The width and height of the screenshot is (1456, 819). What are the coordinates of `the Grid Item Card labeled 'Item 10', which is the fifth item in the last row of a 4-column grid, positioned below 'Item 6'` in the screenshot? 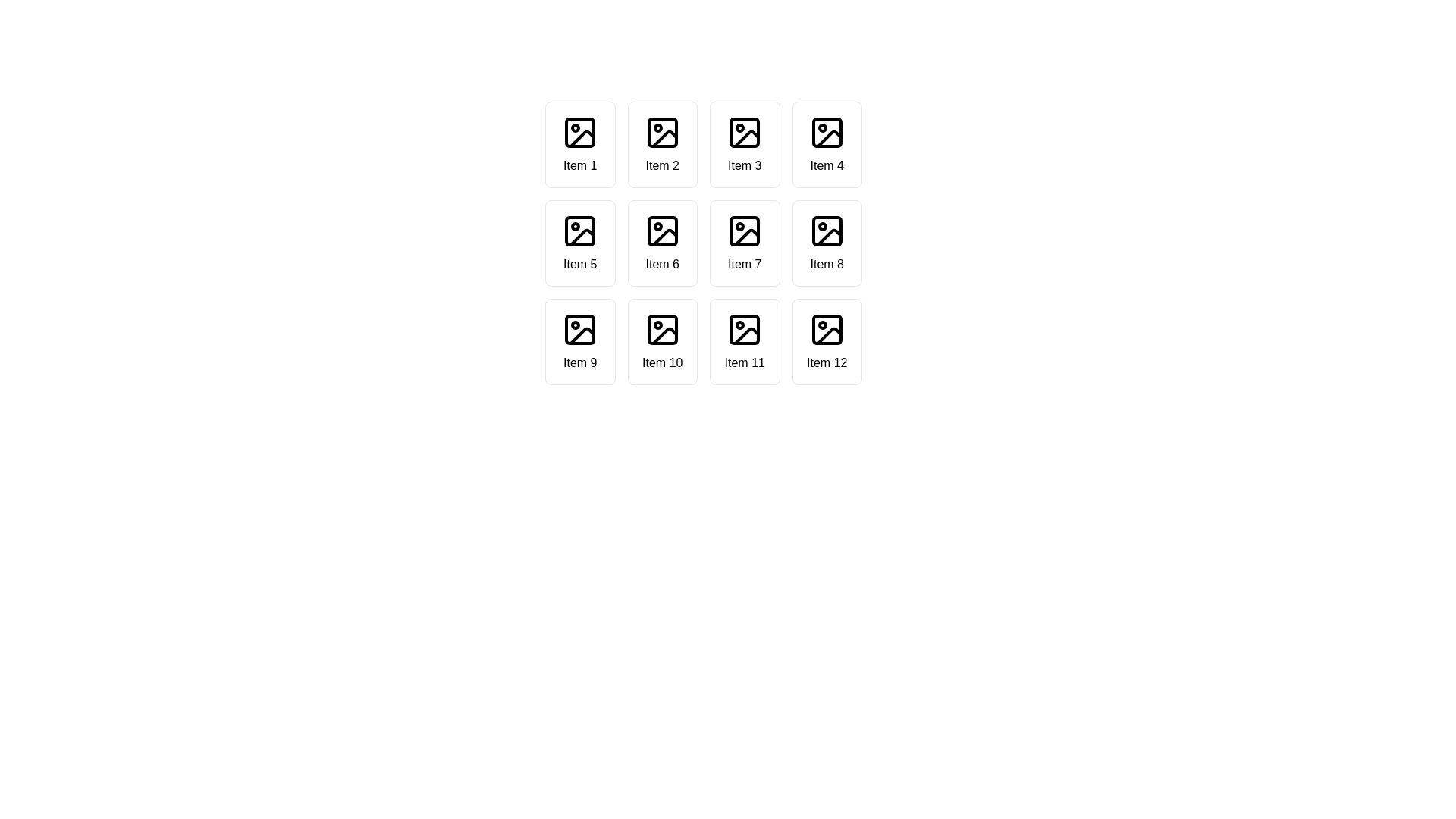 It's located at (662, 342).